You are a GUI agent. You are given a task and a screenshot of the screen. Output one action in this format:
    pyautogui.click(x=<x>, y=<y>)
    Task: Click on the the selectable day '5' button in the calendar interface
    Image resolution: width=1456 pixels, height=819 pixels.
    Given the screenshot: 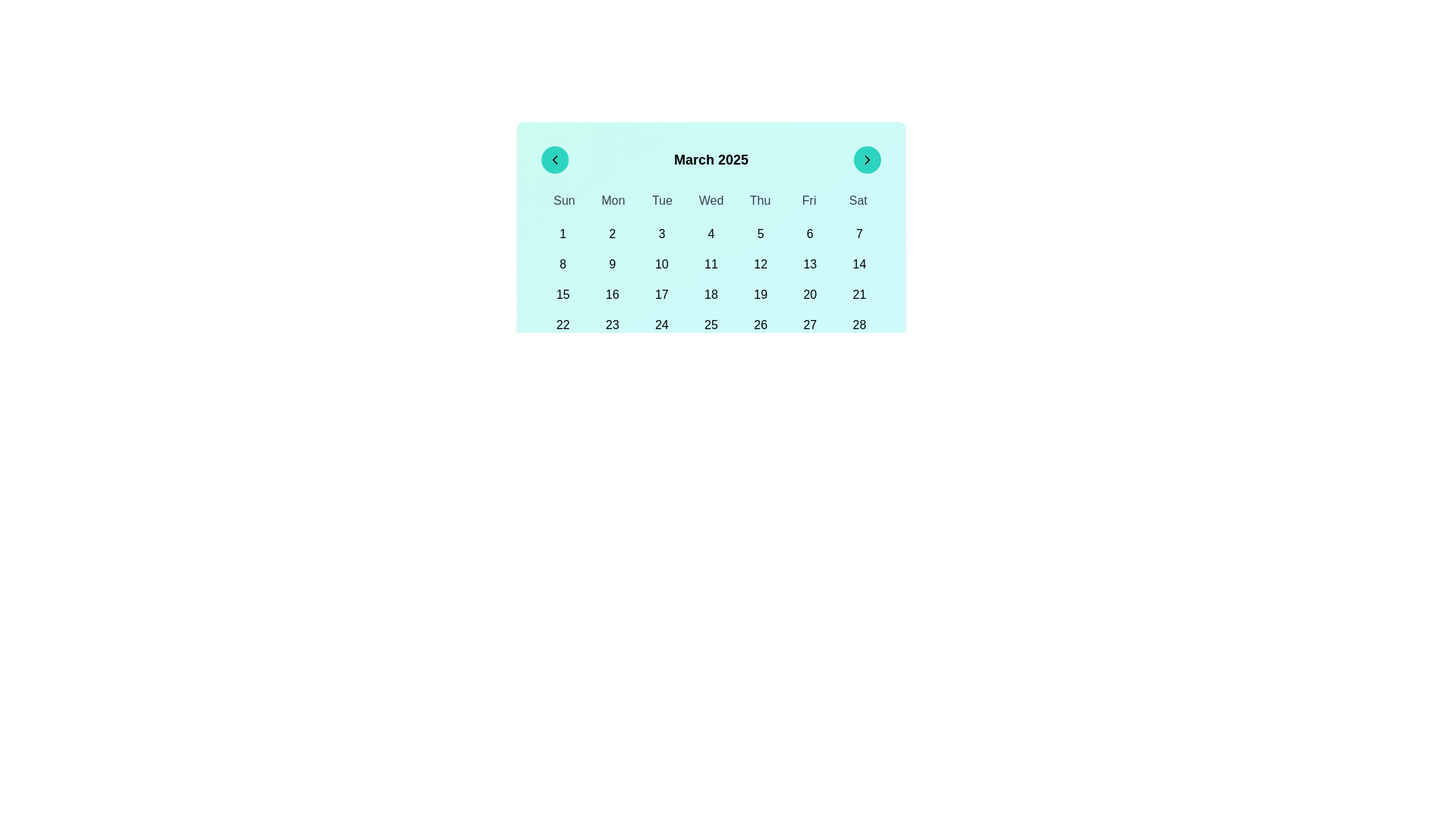 What is the action you would take?
    pyautogui.click(x=761, y=234)
    